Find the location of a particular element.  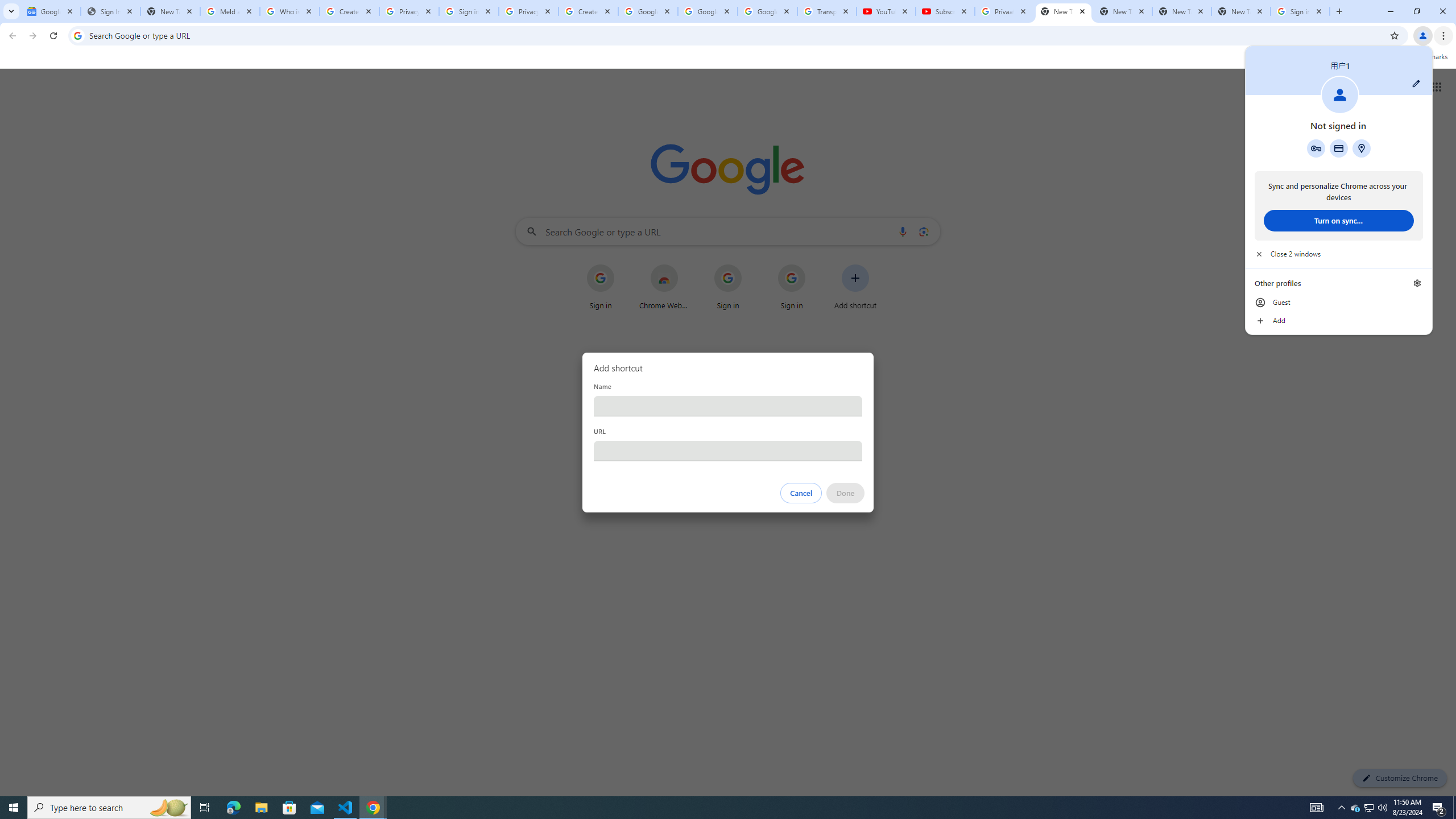

'Type here to search' is located at coordinates (109, 806).